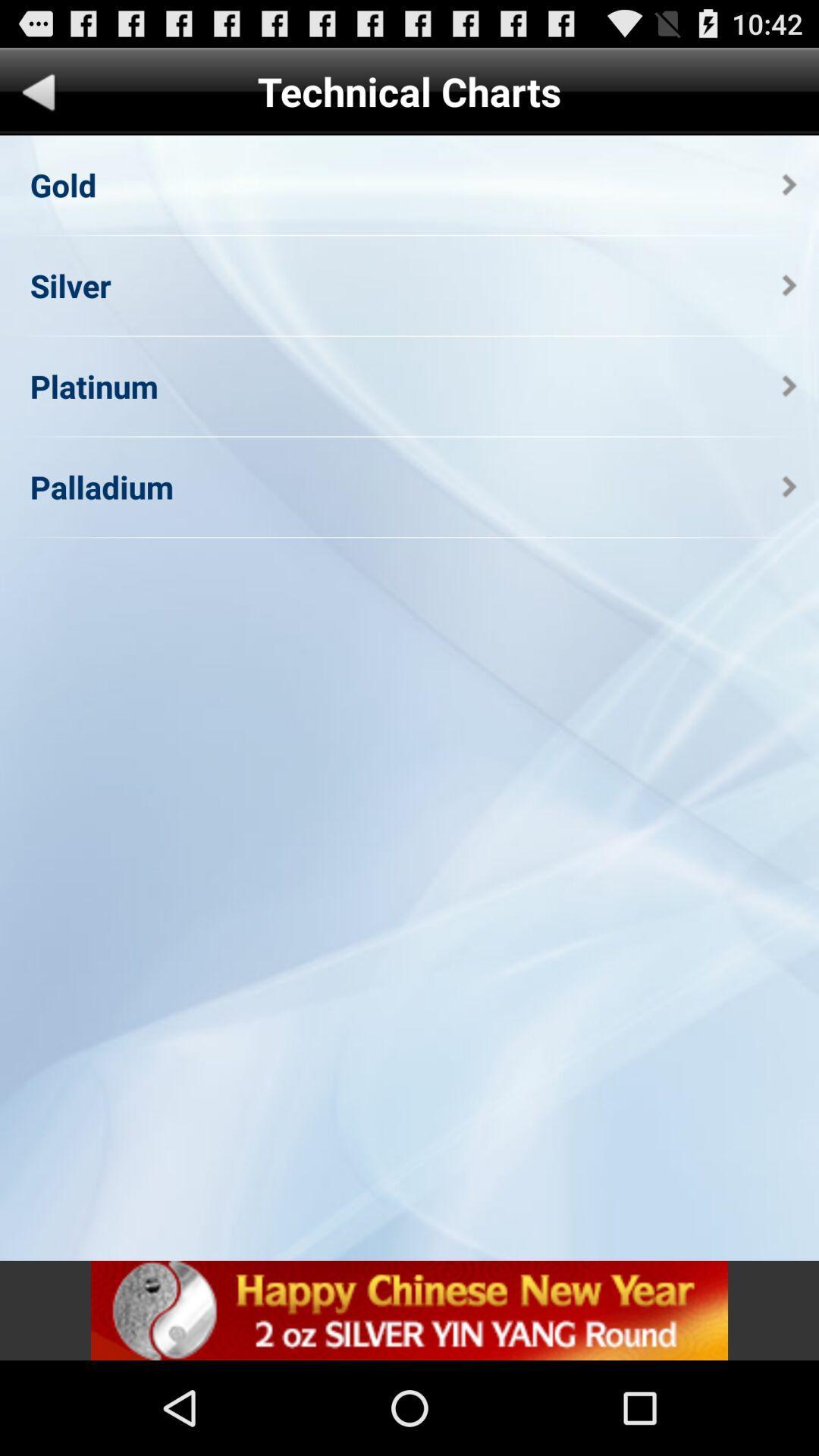  Describe the element at coordinates (789, 184) in the screenshot. I see `the app next to the gold app` at that location.